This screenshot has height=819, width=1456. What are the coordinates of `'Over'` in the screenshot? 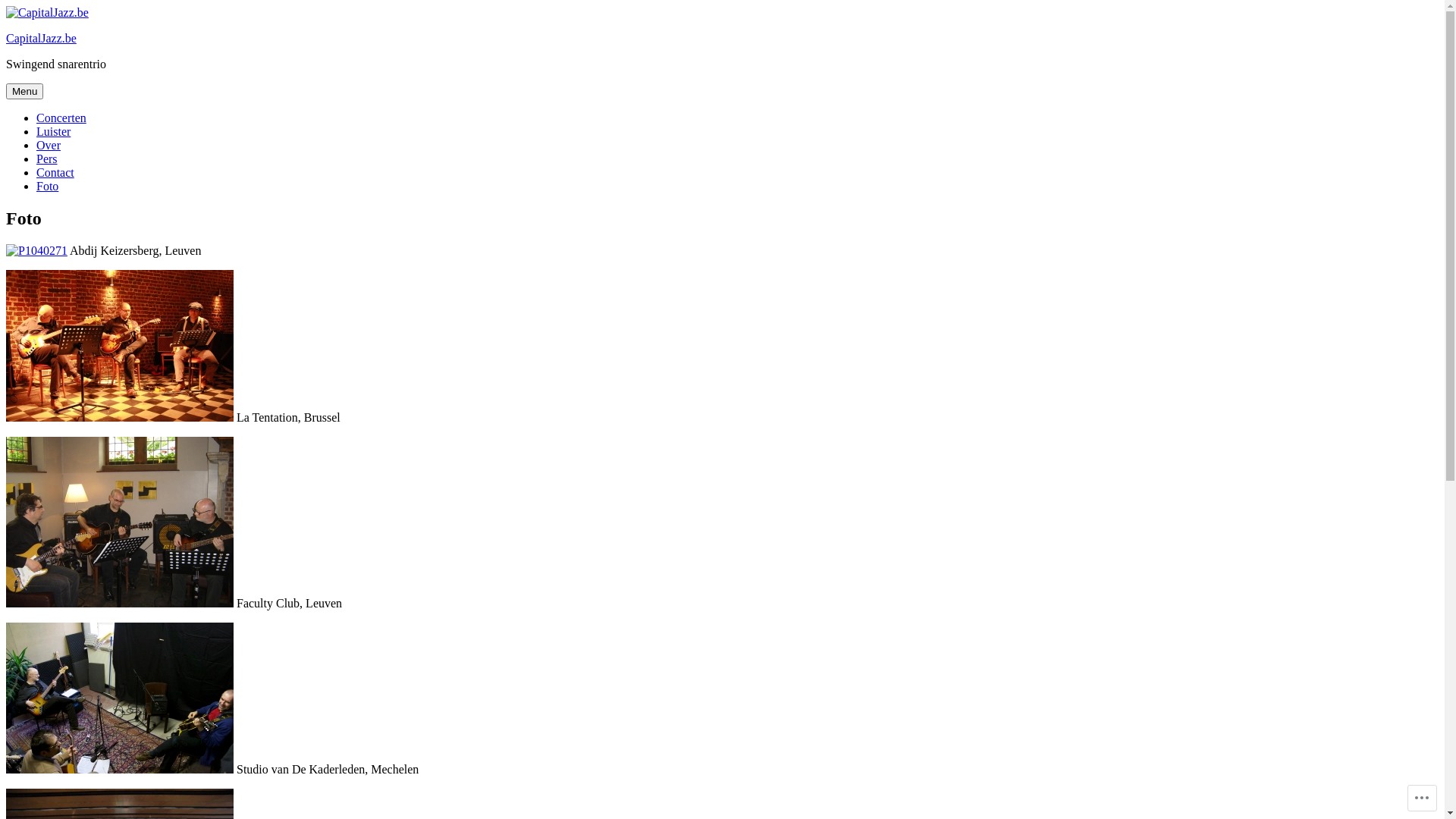 It's located at (48, 145).